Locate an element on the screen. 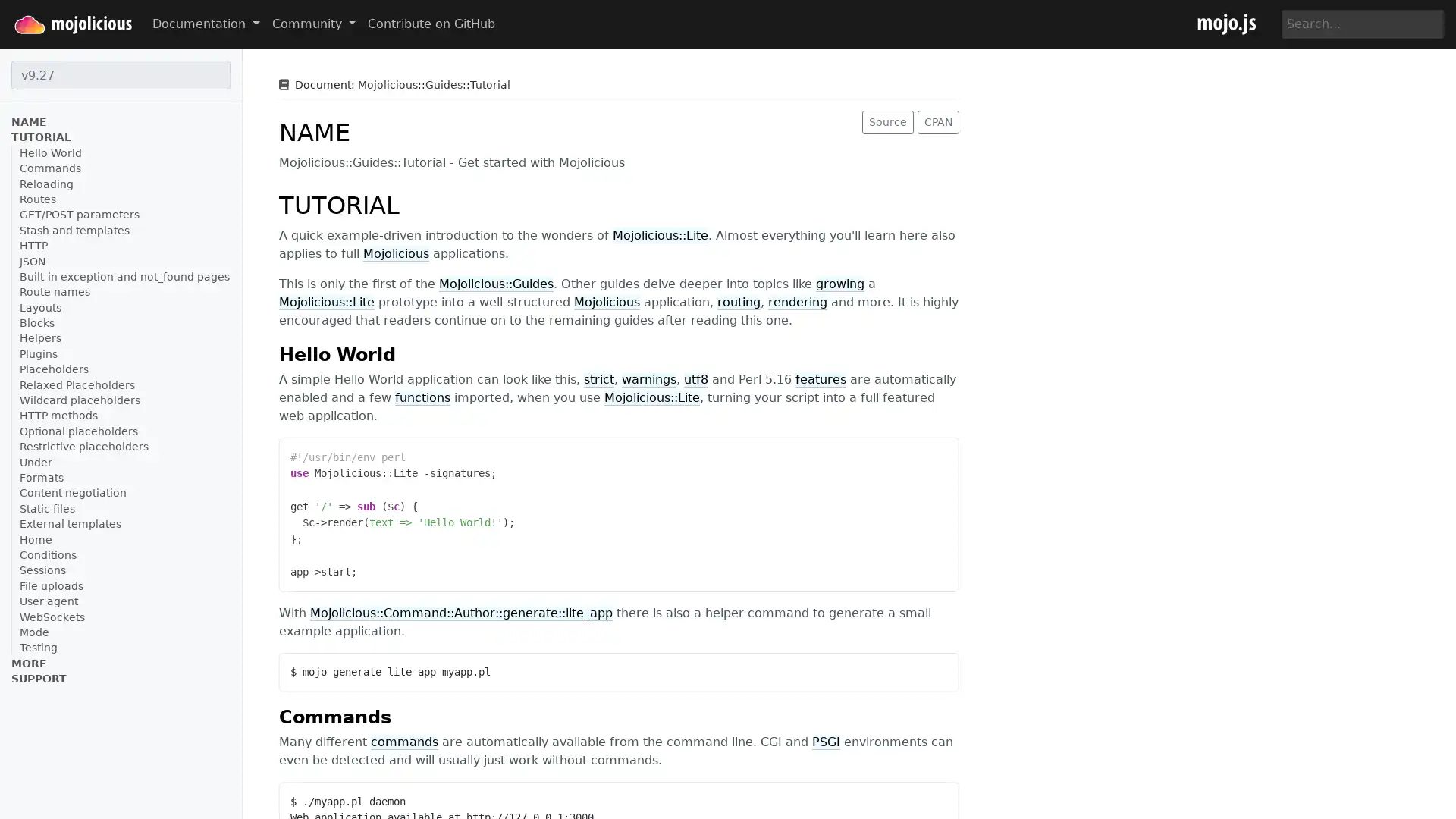 The image size is (1456, 819). CPAN is located at coordinates (937, 121).